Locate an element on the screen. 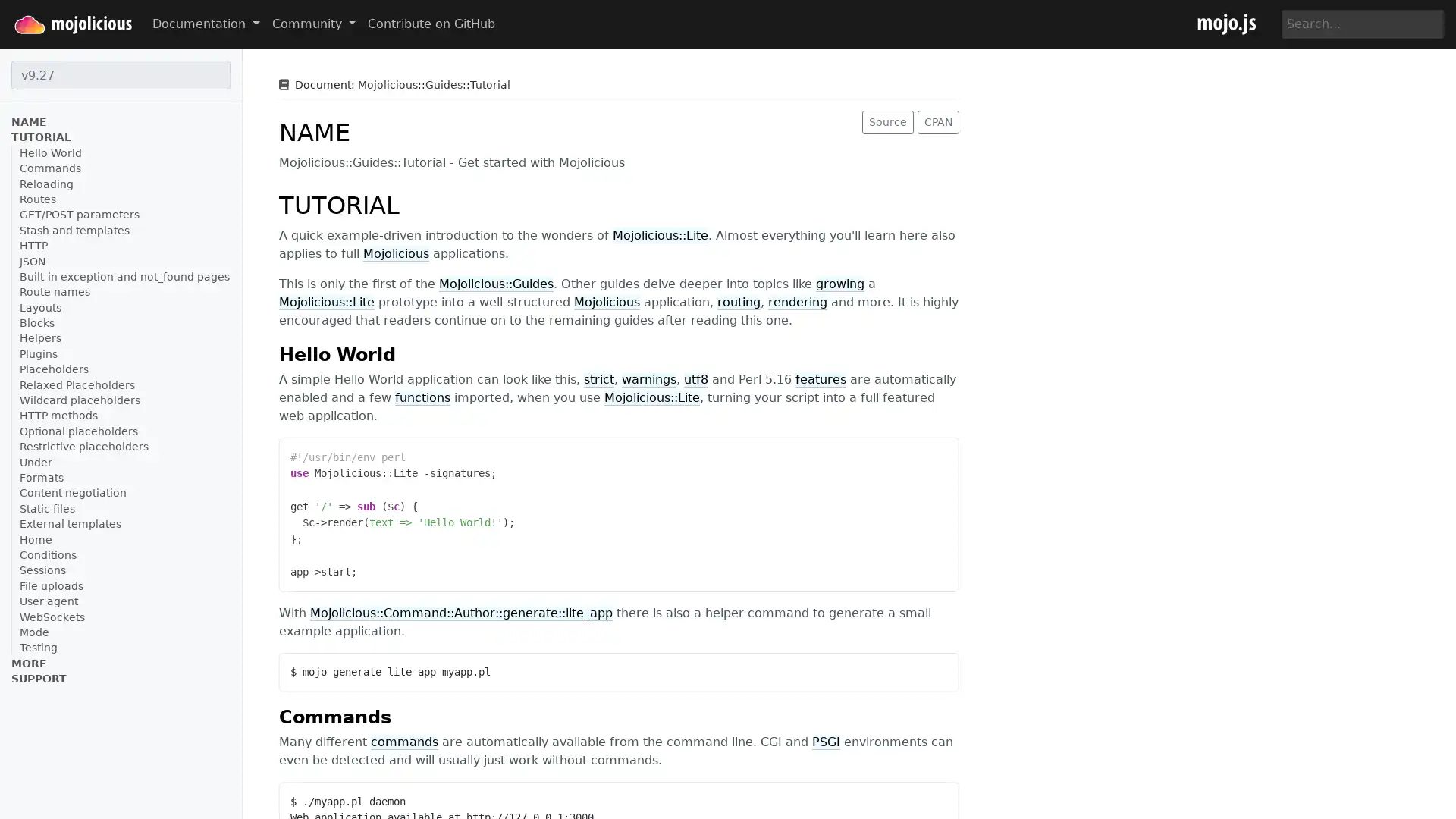 The image size is (1456, 819). CPAN is located at coordinates (937, 121).